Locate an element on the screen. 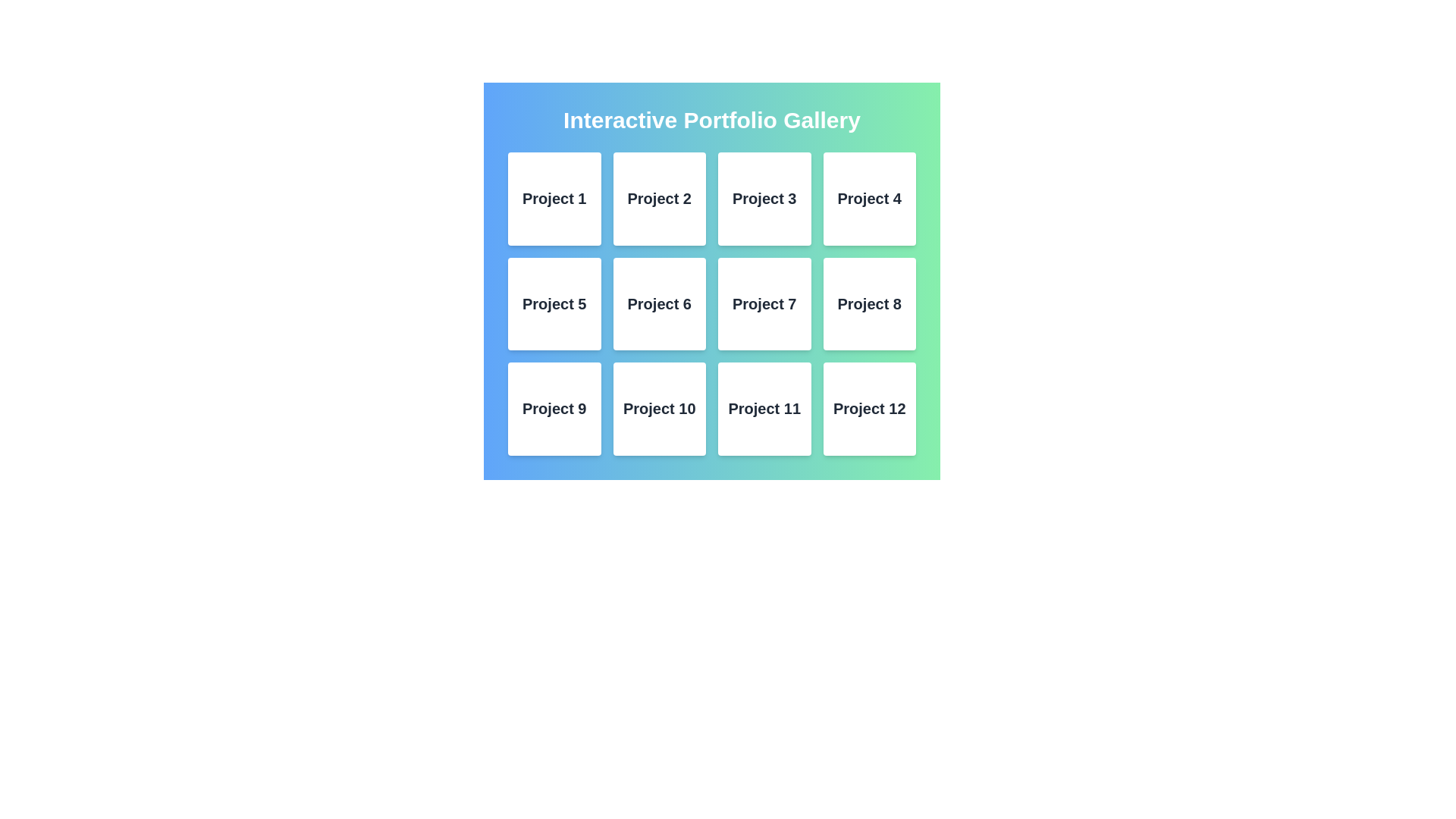  the Interactive card labeled 'Project 1' located in the top-left corner of the grid layout is located at coordinates (554, 198).